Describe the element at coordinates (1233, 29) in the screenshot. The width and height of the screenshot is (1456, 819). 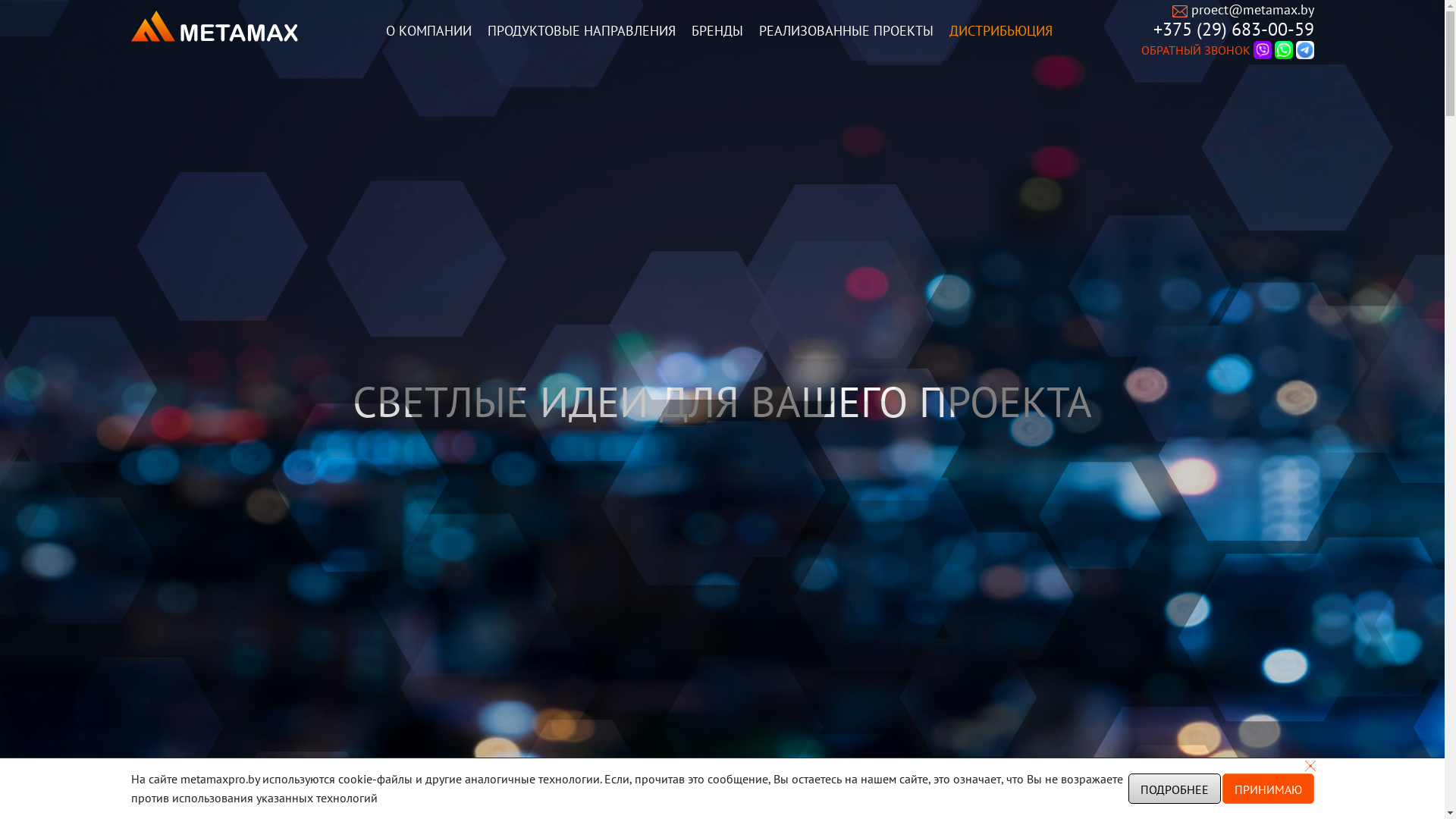
I see `'+375 (29) 683-00-59'` at that location.